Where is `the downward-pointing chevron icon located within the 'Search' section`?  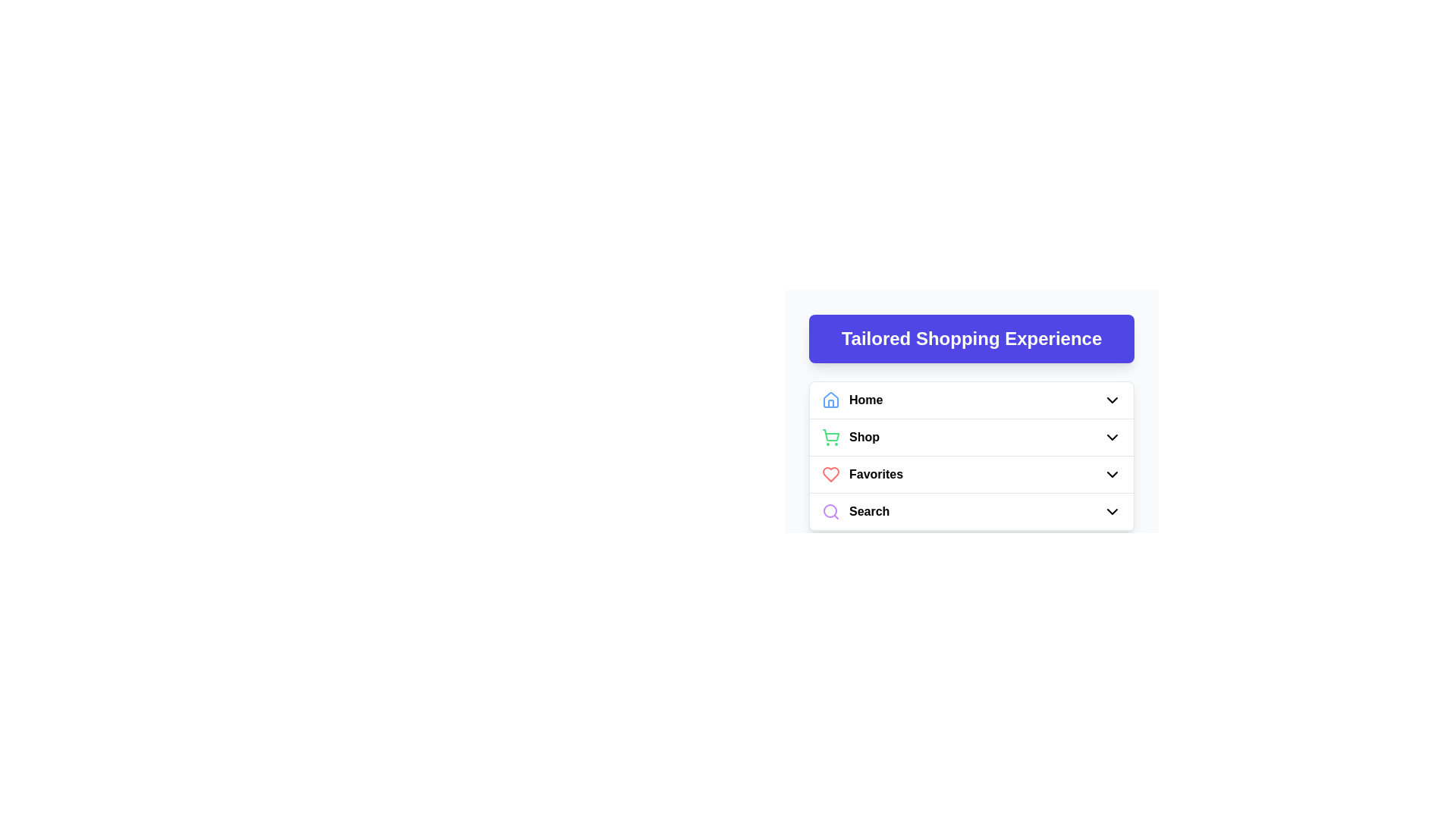 the downward-pointing chevron icon located within the 'Search' section is located at coordinates (1112, 512).